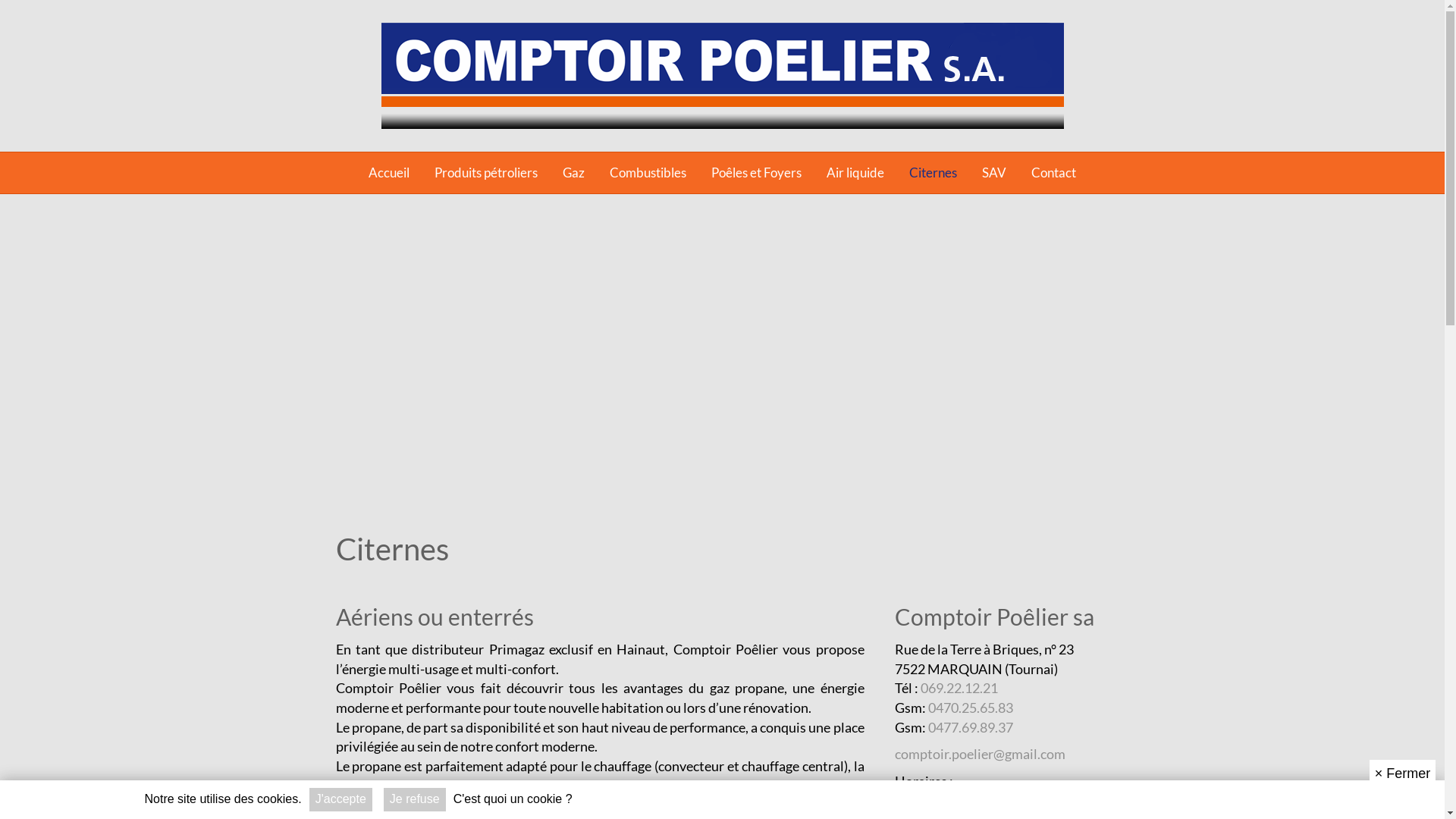  I want to click on '0470.25.65.83', so click(971, 708).